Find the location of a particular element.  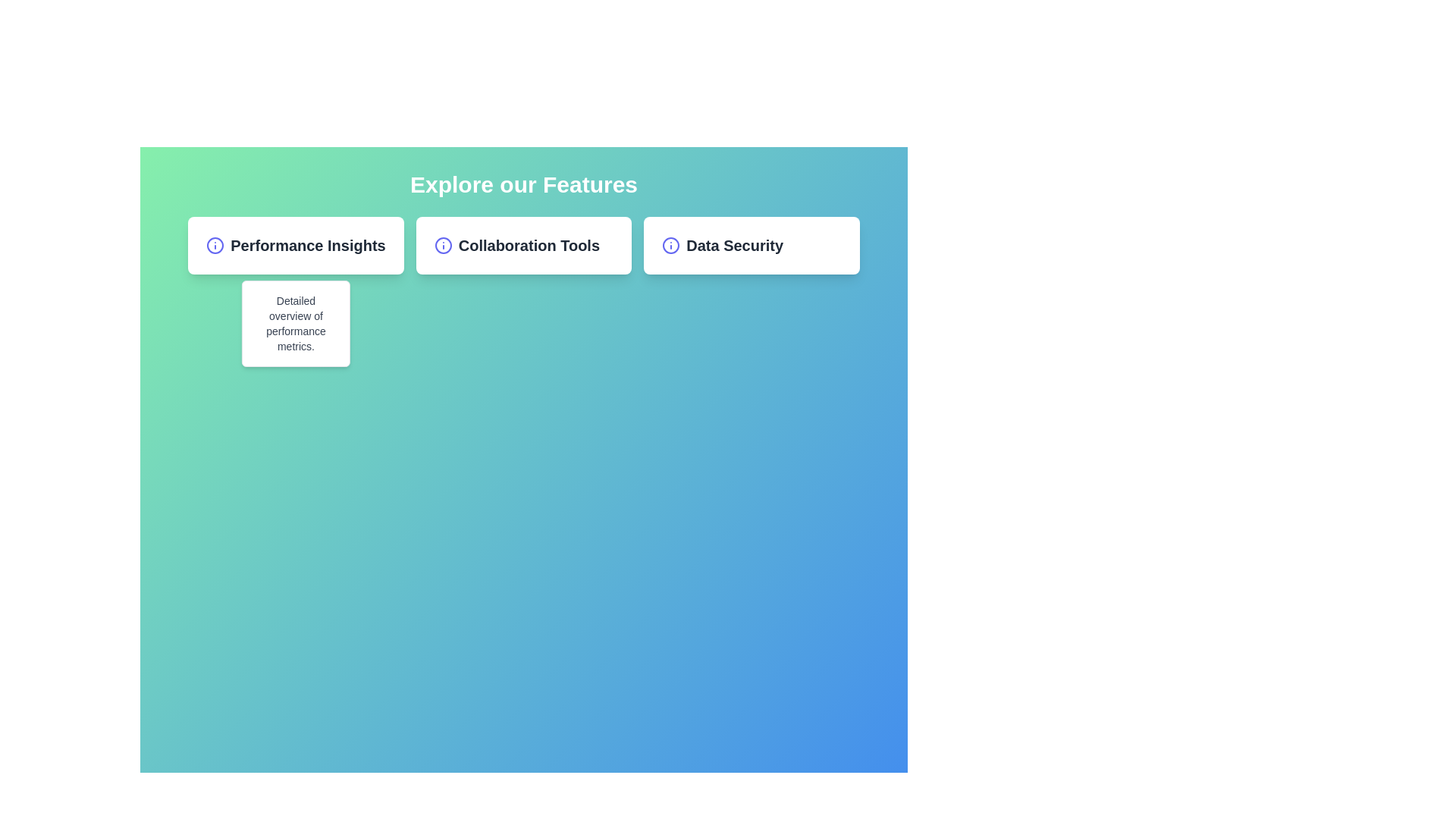

the 'Data Security' card, which is the third card in a grid layout and positioned to the right of the 'Collaboration Tools' card is located at coordinates (752, 245).